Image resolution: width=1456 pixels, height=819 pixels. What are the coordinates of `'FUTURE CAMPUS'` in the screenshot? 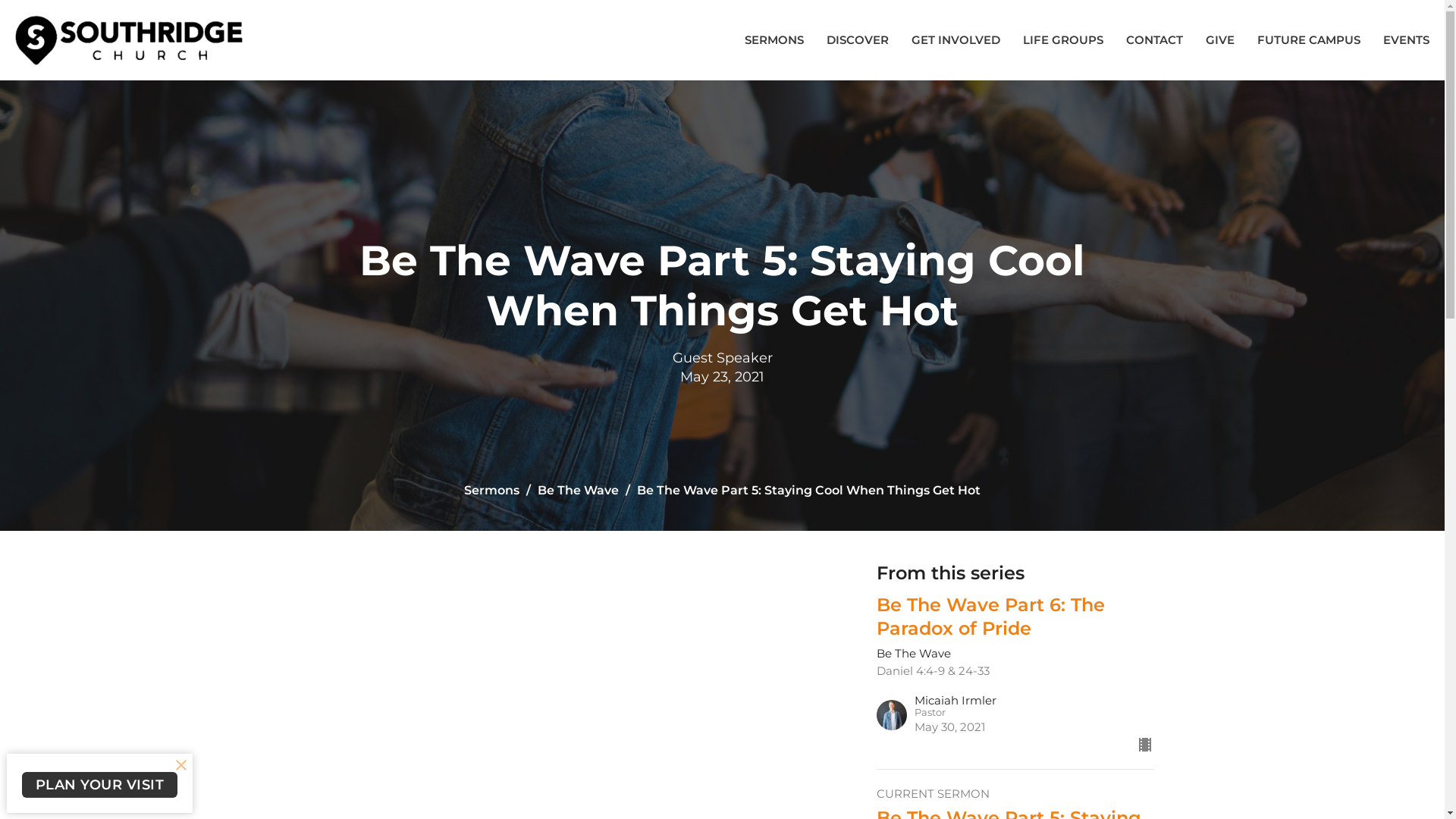 It's located at (1308, 39).